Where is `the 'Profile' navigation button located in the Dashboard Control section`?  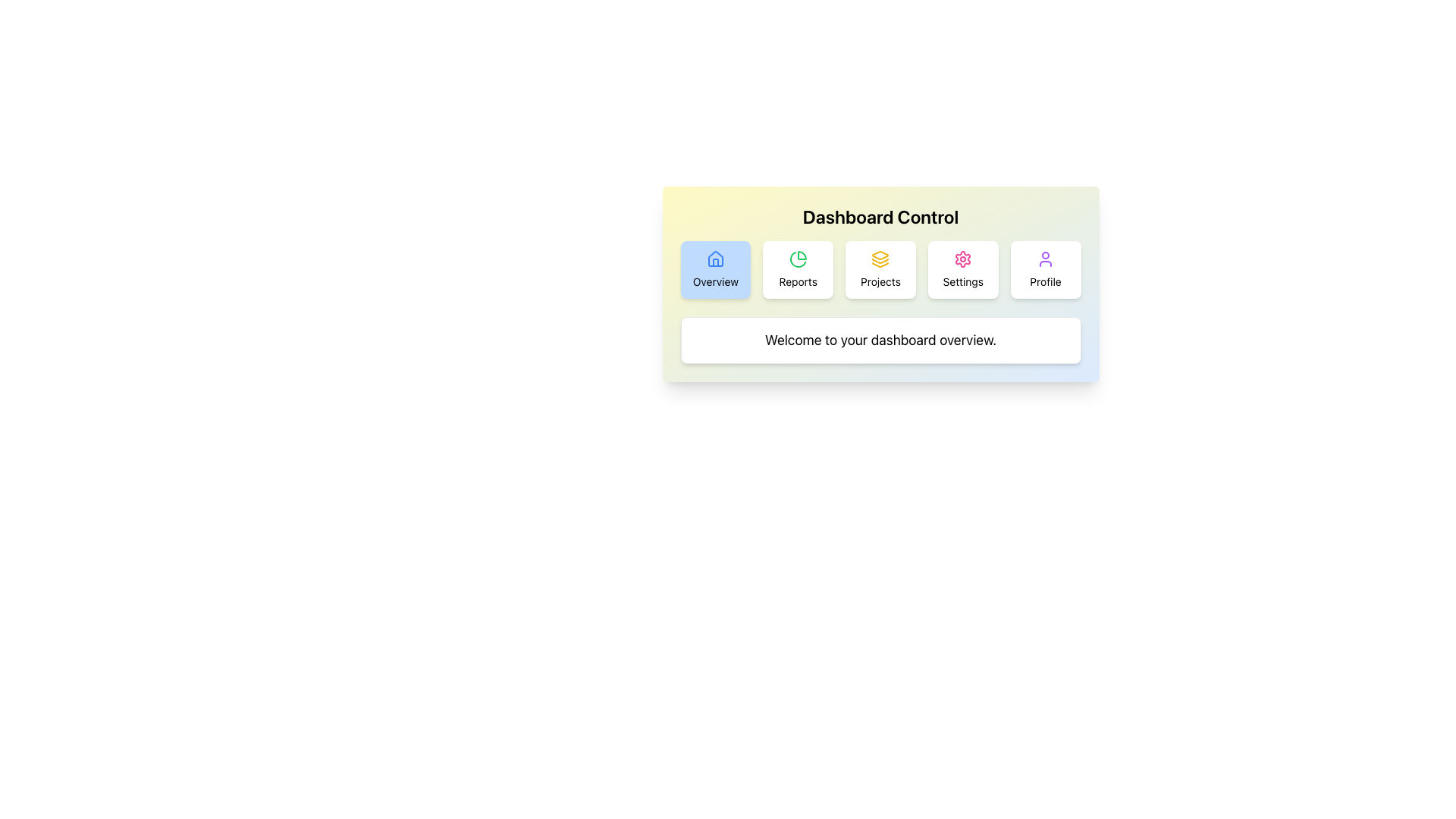
the 'Profile' navigation button located in the Dashboard Control section is located at coordinates (1045, 268).